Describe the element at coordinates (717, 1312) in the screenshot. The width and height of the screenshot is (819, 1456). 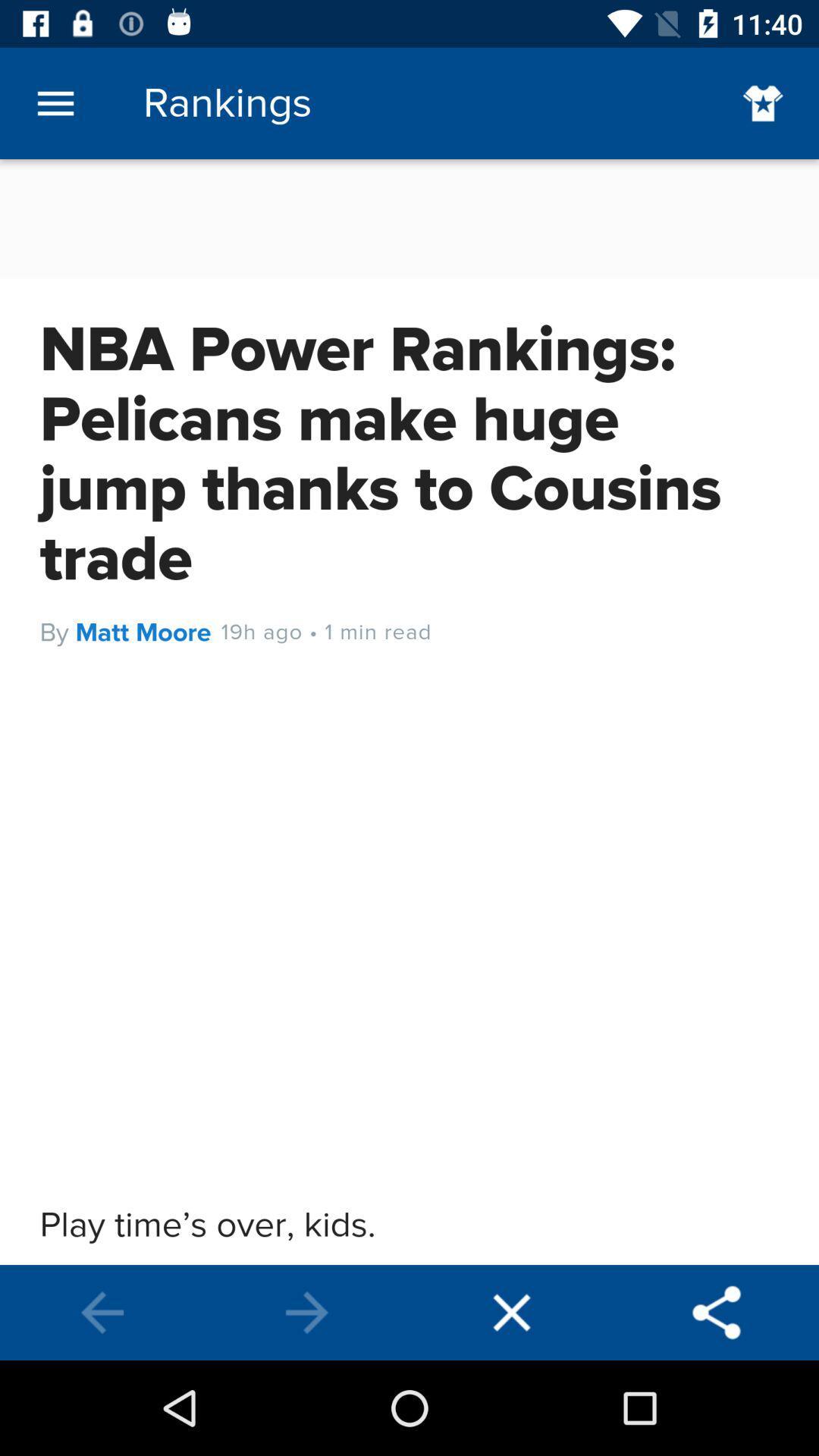
I see `share button` at that location.